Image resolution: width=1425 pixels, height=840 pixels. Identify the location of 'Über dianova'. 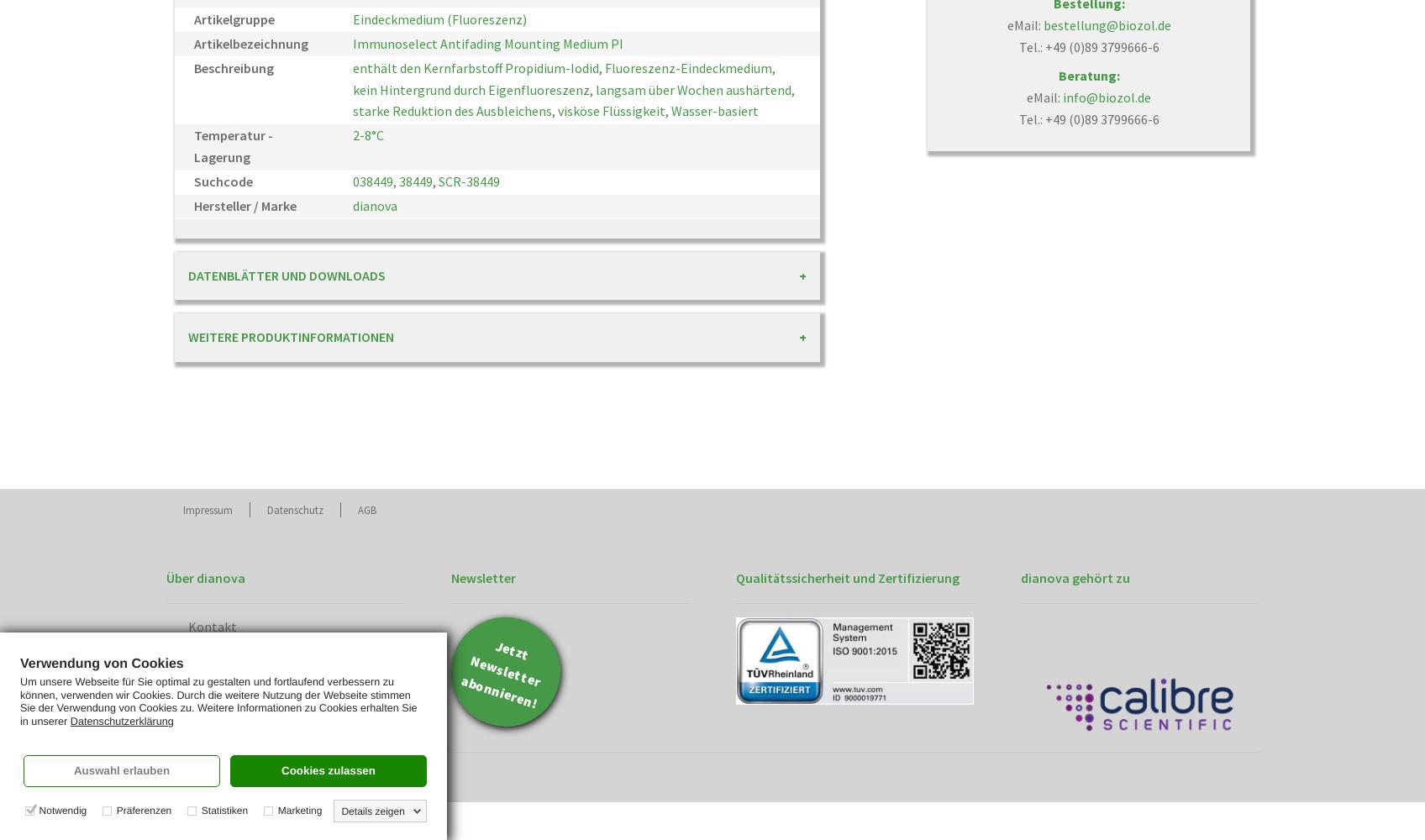
(205, 577).